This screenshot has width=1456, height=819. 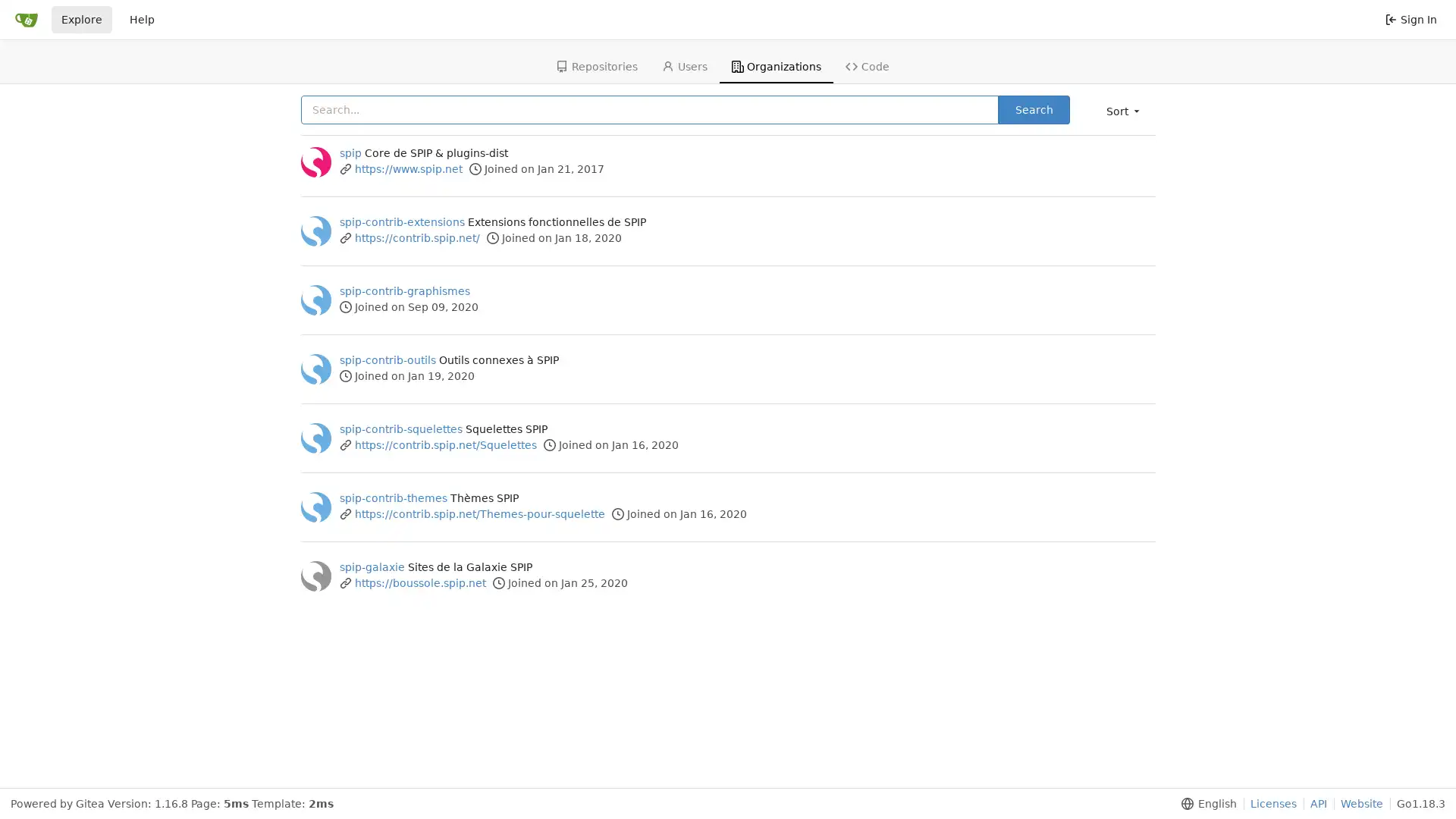 I want to click on Search, so click(x=1033, y=109).